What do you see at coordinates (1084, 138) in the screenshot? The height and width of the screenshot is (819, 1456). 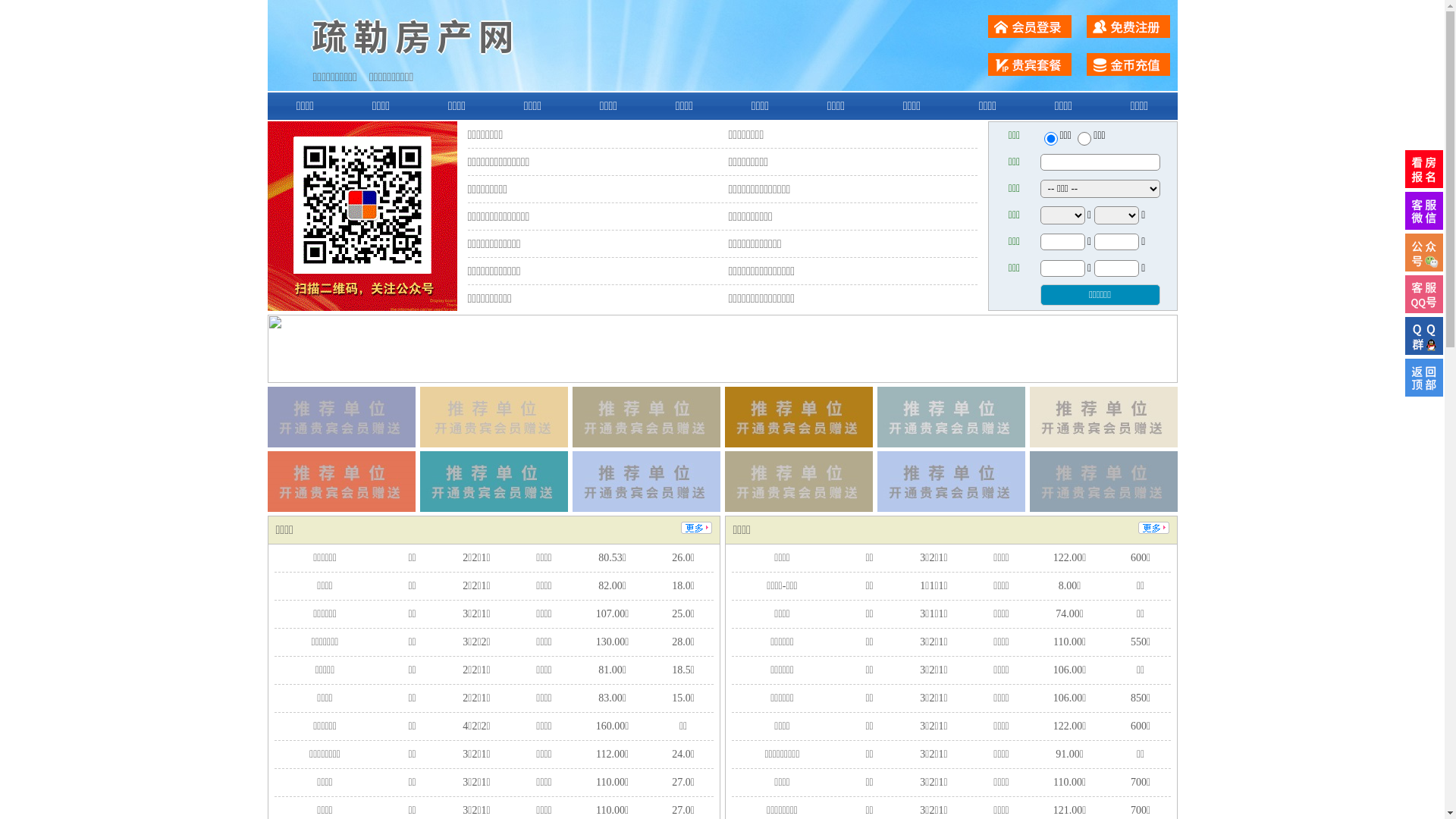 I see `'chuzu'` at bounding box center [1084, 138].